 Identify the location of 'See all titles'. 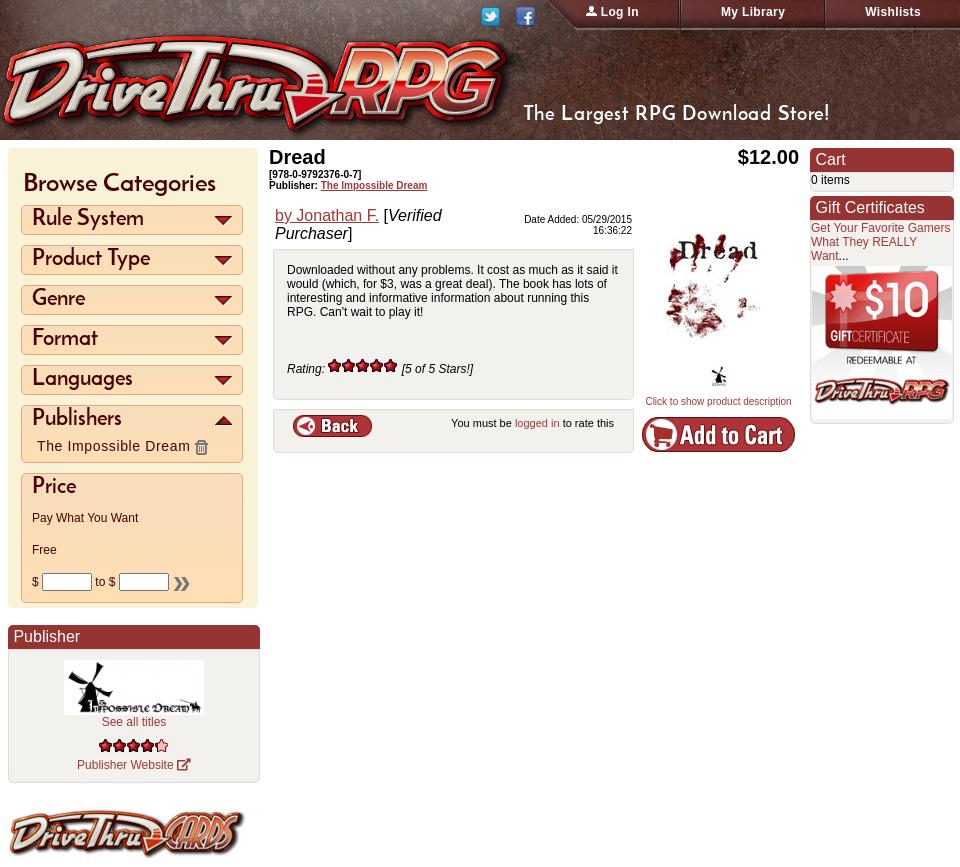
(100, 721).